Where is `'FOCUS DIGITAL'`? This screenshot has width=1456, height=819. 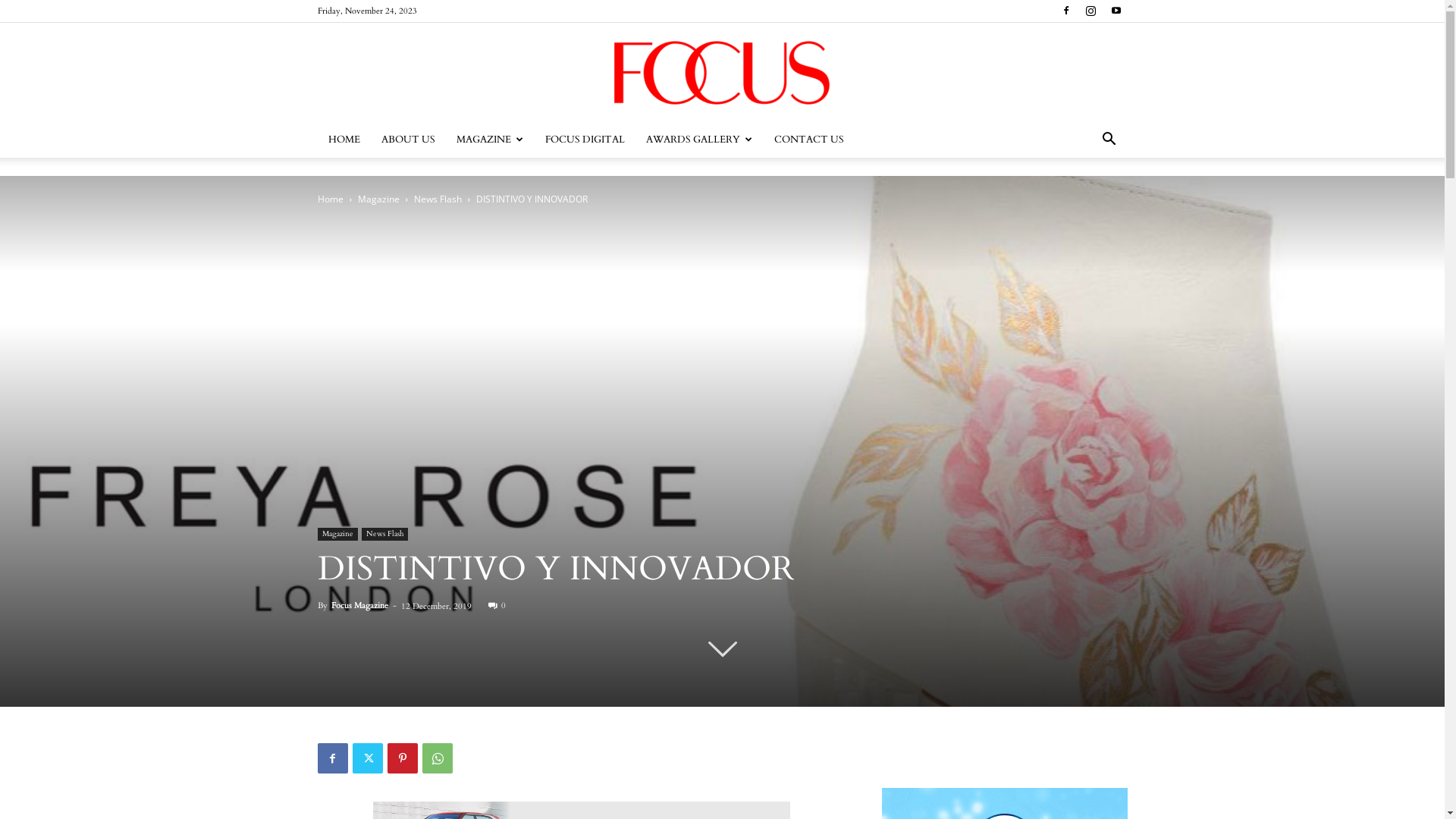 'FOCUS DIGITAL' is located at coordinates (583, 140).